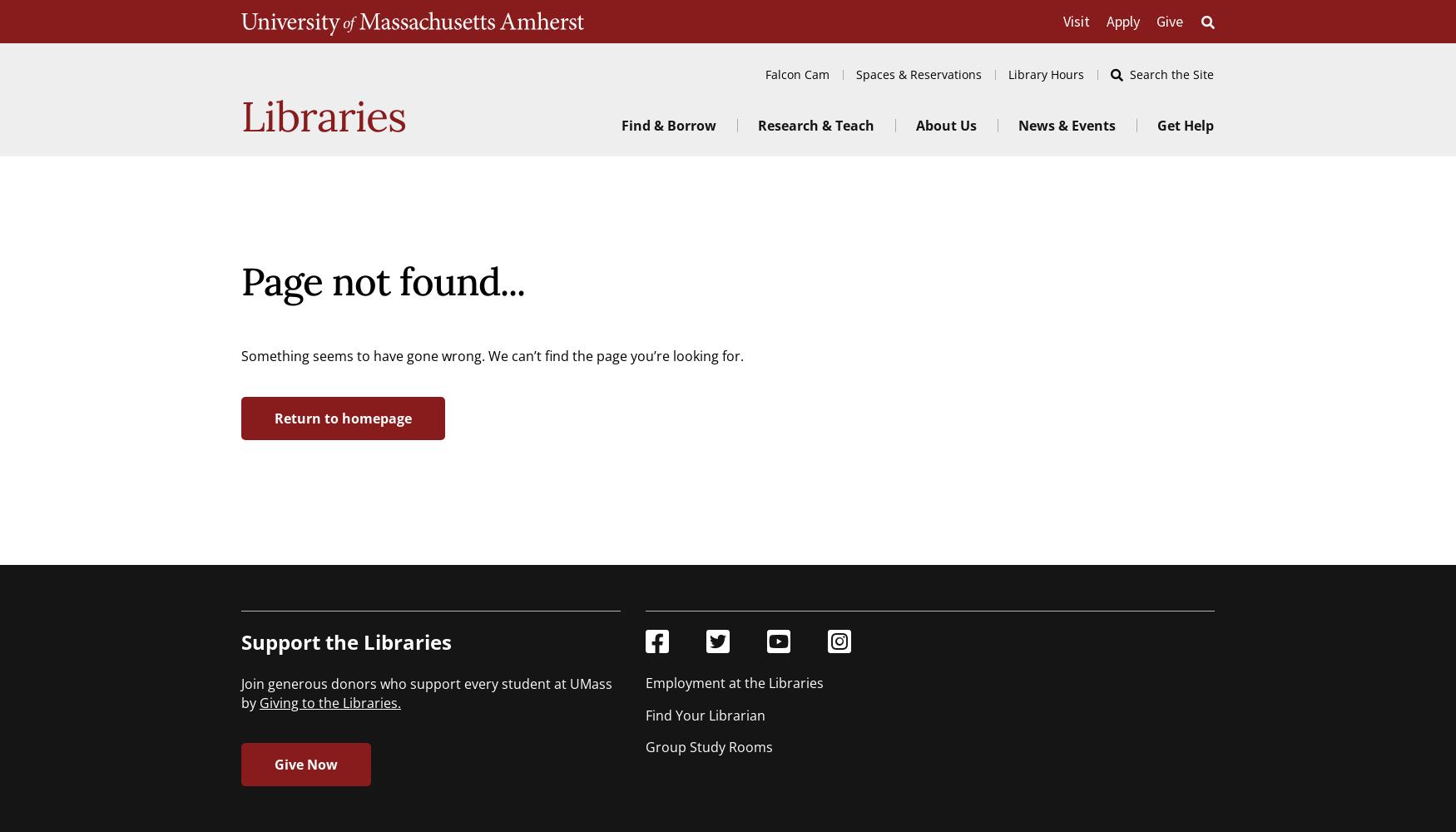 The image size is (1456, 832). What do you see at coordinates (329, 701) in the screenshot?
I see `'Giving to the Libraries.'` at bounding box center [329, 701].